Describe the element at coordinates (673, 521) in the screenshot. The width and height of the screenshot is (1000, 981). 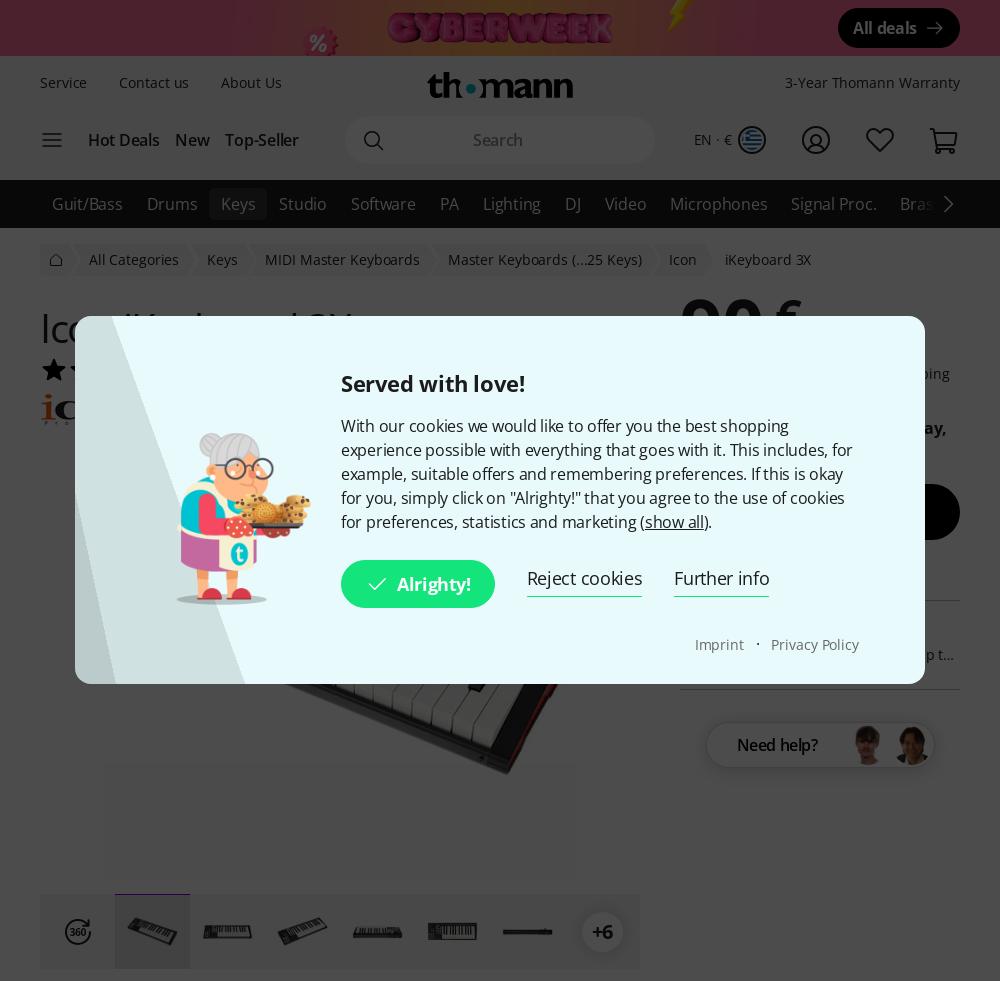
I see `'show all'` at that location.